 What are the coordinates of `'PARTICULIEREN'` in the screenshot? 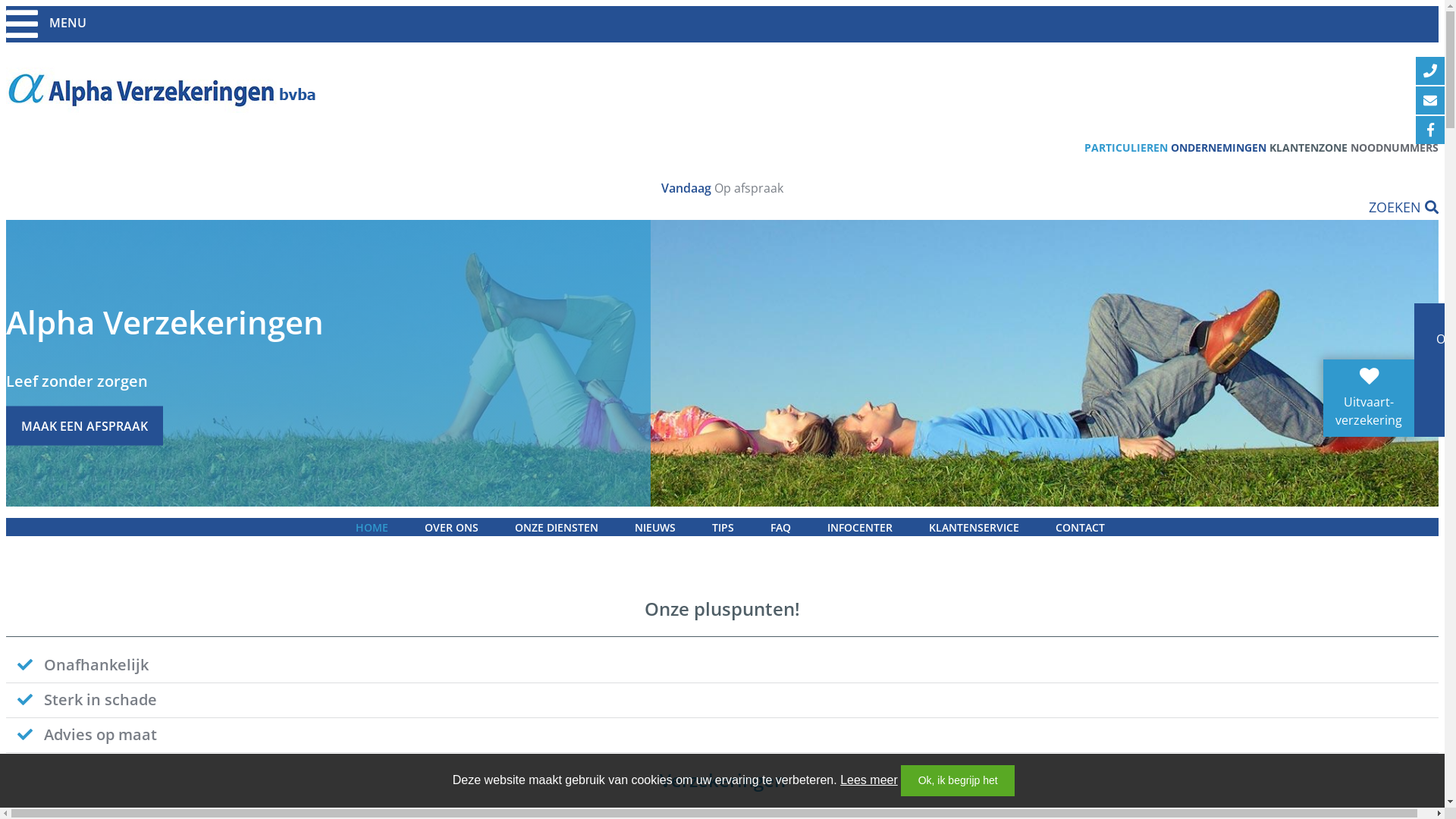 It's located at (1125, 147).